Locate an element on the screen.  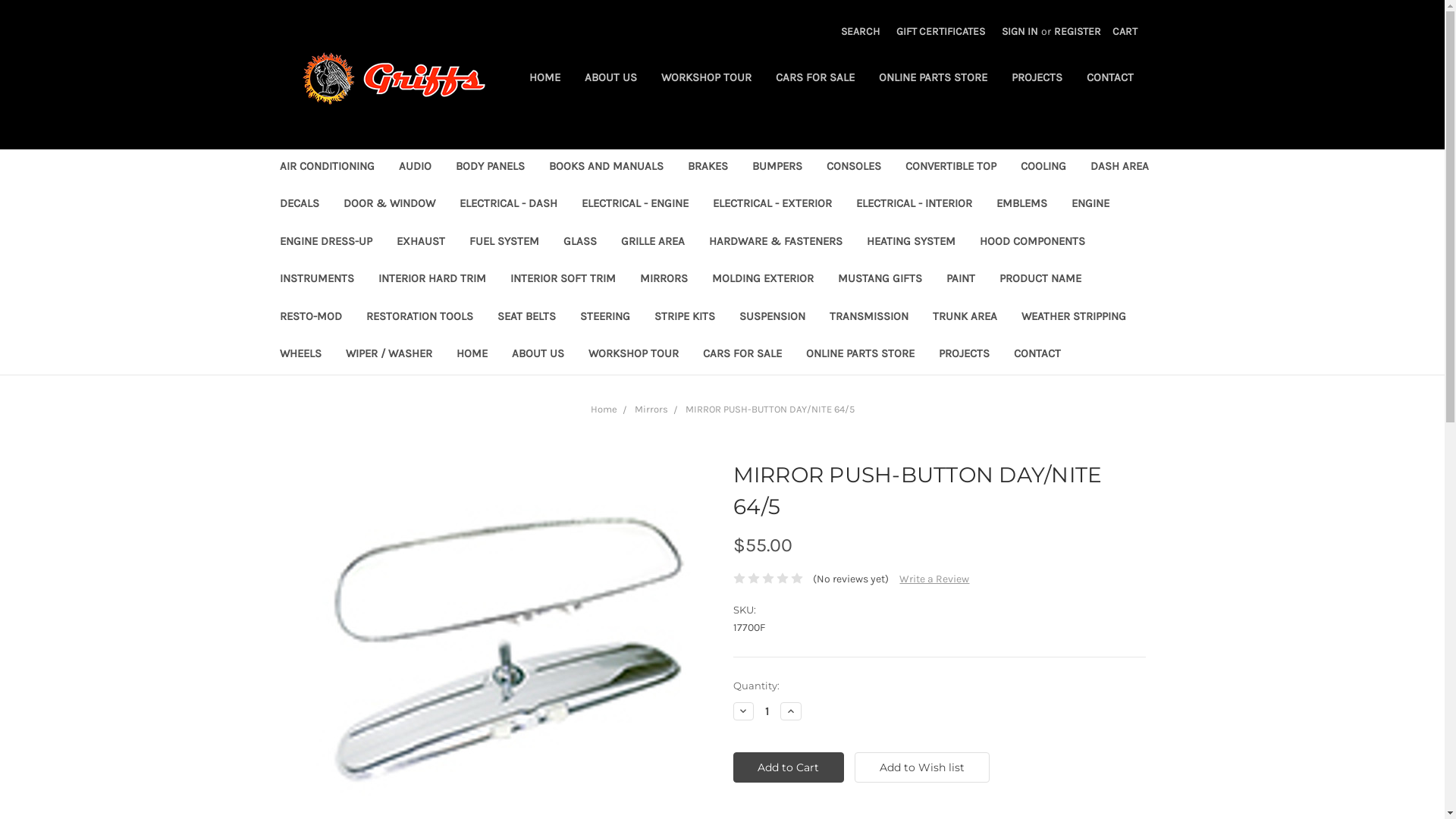
'Decrease Quantity:' is located at coordinates (732, 711).